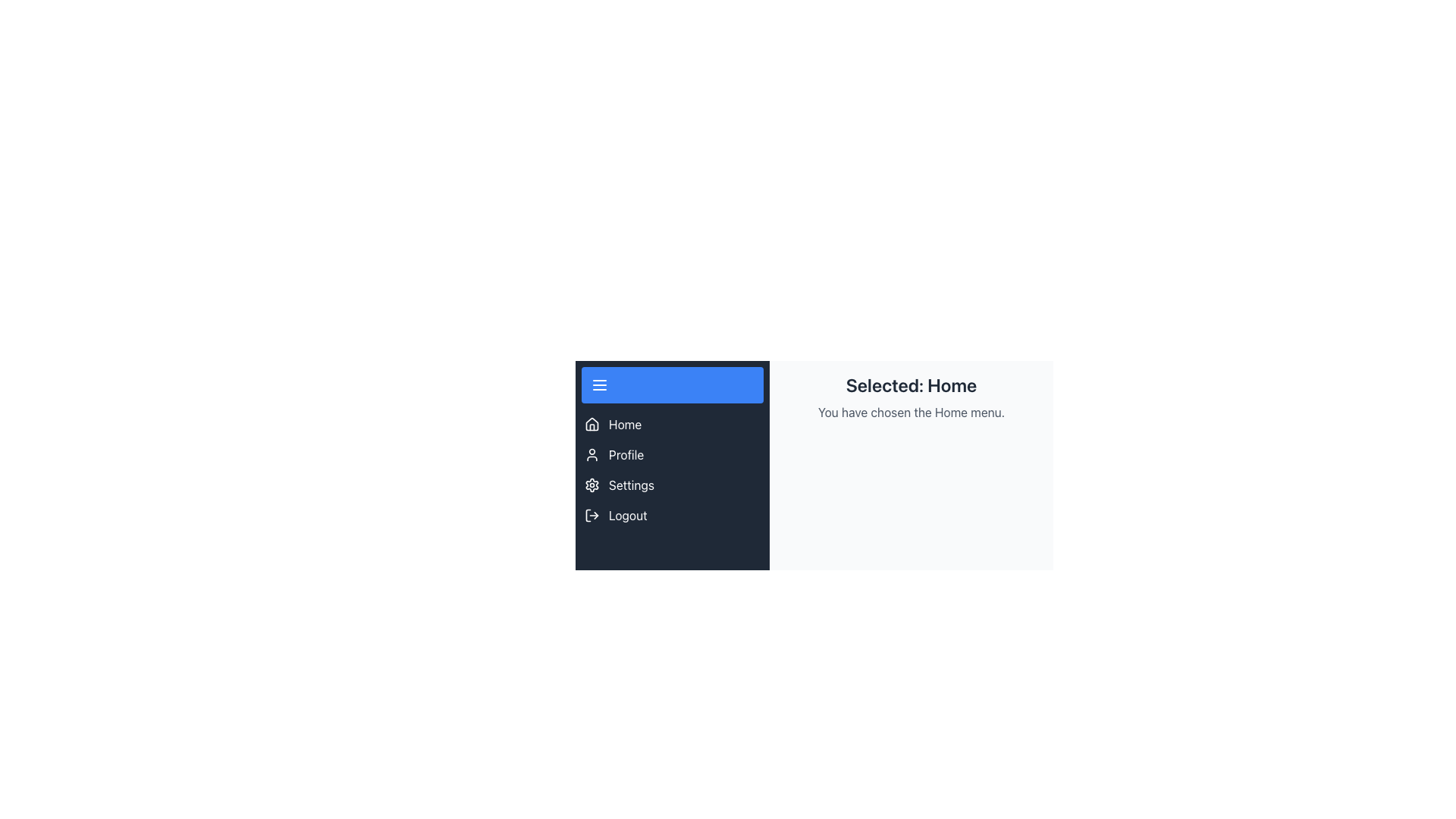 The image size is (1456, 819). Describe the element at coordinates (910, 384) in the screenshot. I see `the text label that displays 'Selected: Home', which is styled with a large, bold font for 'Selected:' and normal-weight font for 'Home', located above the phrase 'You have chosen the Home menu.'` at that location.